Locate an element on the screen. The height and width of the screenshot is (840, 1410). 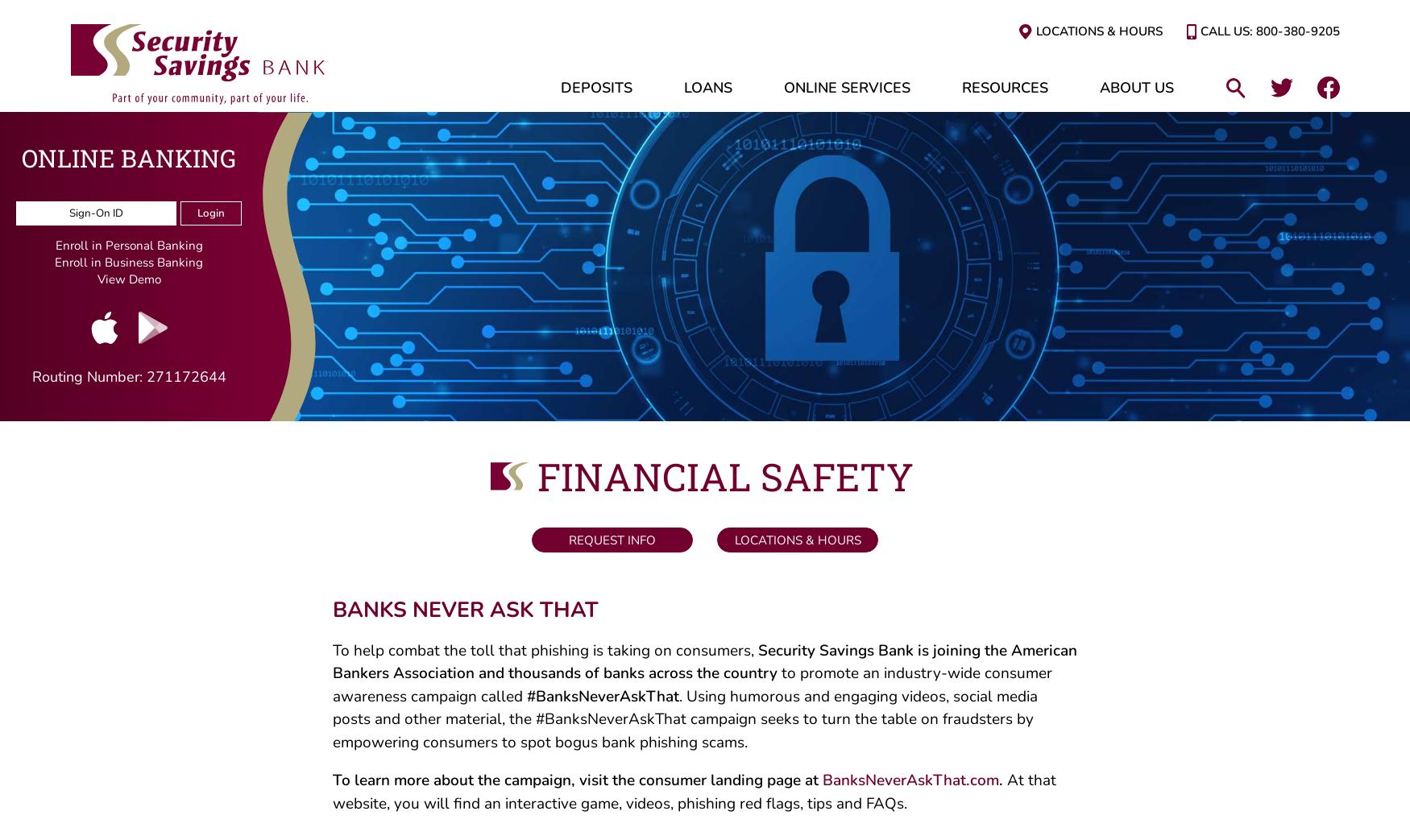
'Banks Never Ask That' is located at coordinates (464, 615).